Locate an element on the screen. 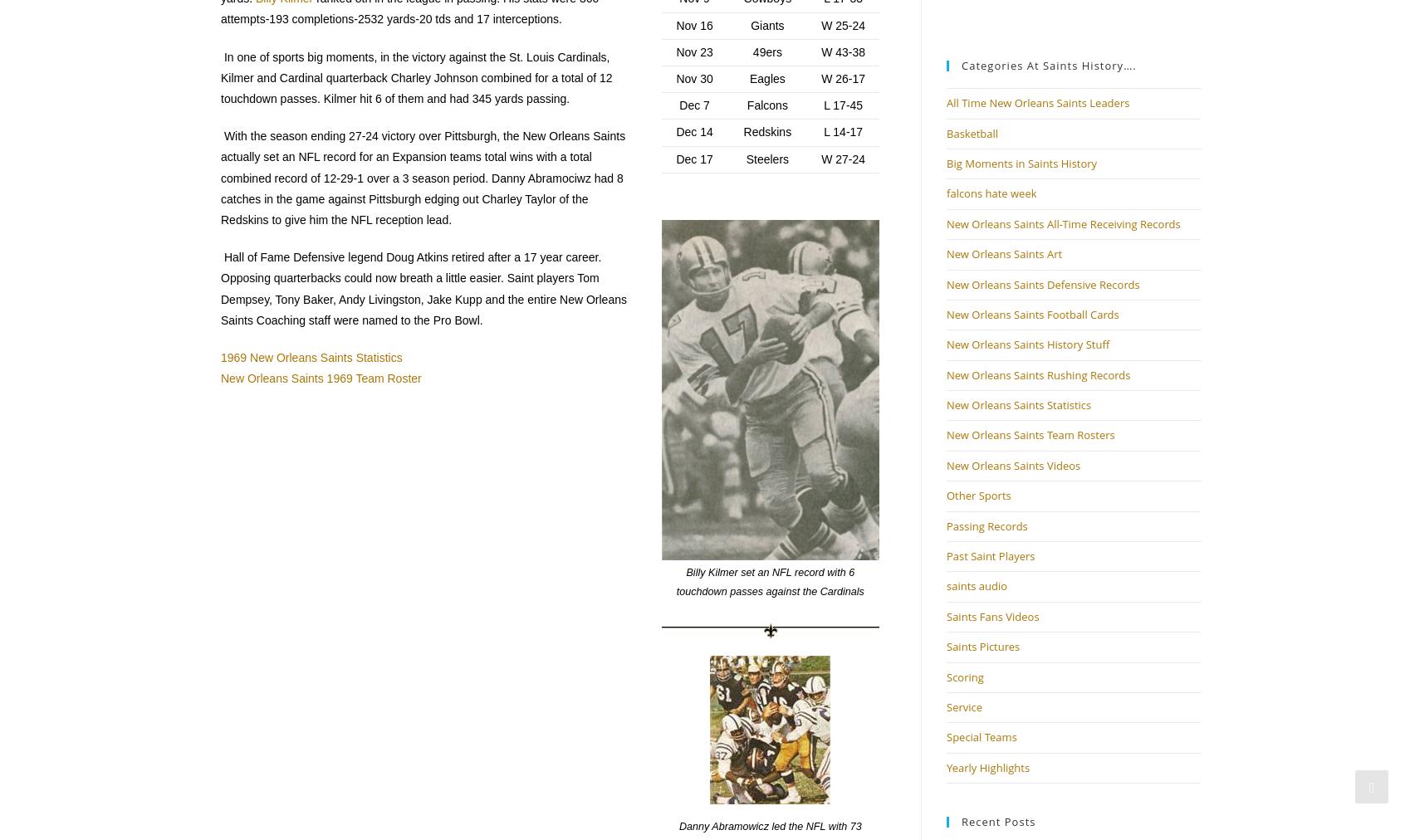 This screenshot has height=840, width=1405. 'Service' is located at coordinates (963, 706).